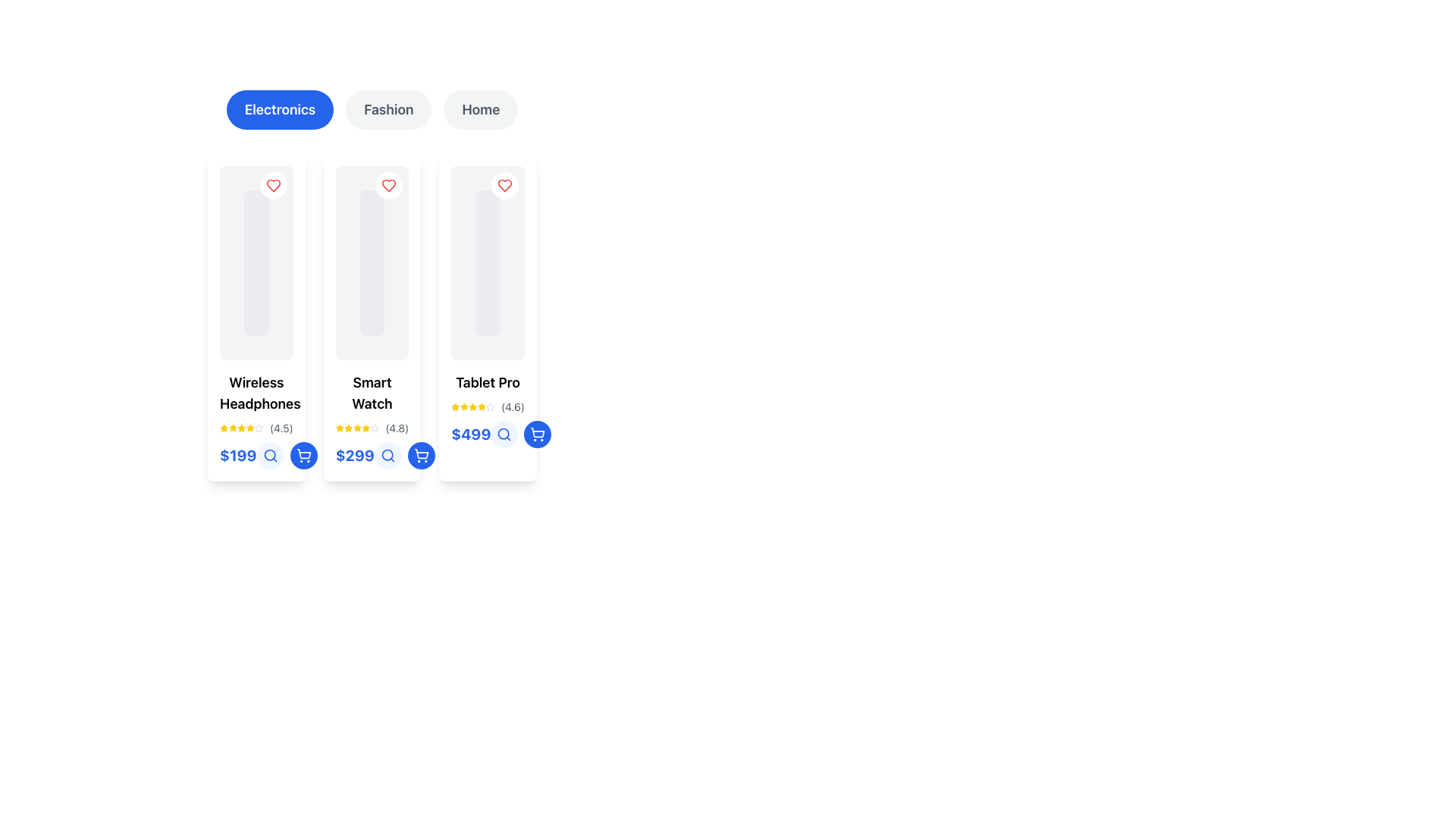  What do you see at coordinates (366, 428) in the screenshot?
I see `the state of the fifth rating star icon indicating the Smart Watch product's rating` at bounding box center [366, 428].